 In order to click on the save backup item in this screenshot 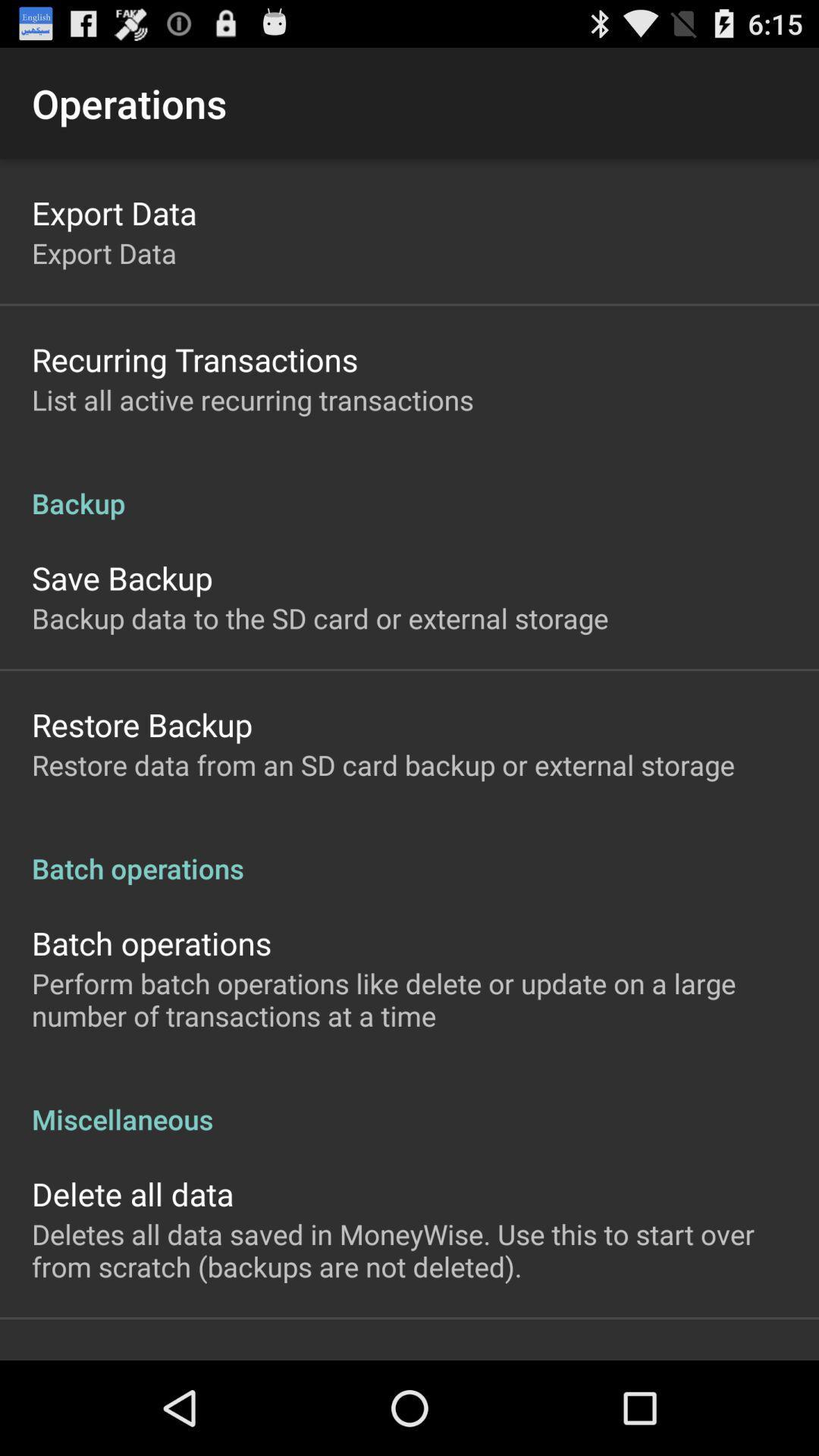, I will do `click(121, 577)`.